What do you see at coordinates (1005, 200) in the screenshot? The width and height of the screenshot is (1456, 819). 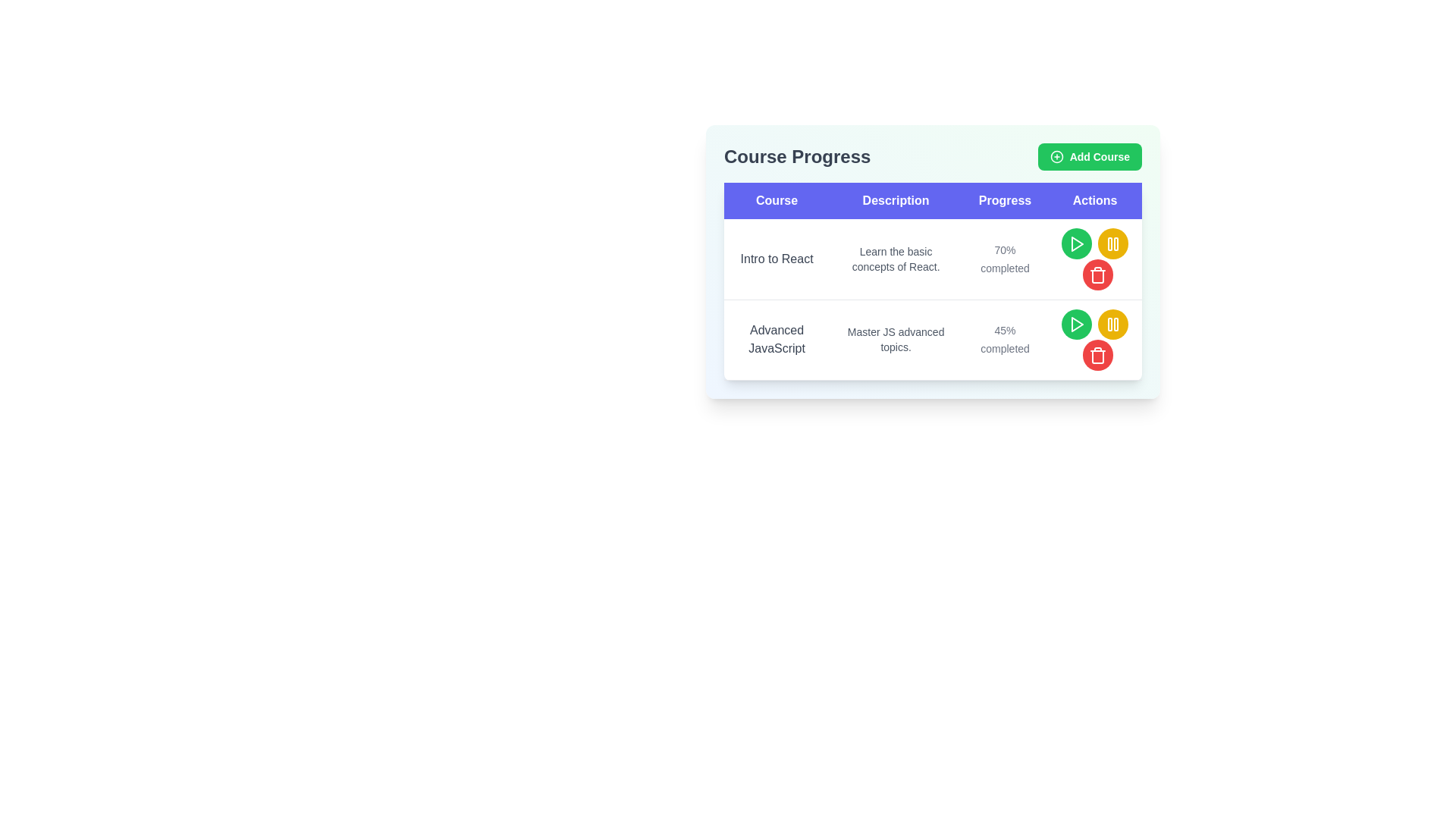 I see `the purple rectangular button labeled 'Progress'` at bounding box center [1005, 200].